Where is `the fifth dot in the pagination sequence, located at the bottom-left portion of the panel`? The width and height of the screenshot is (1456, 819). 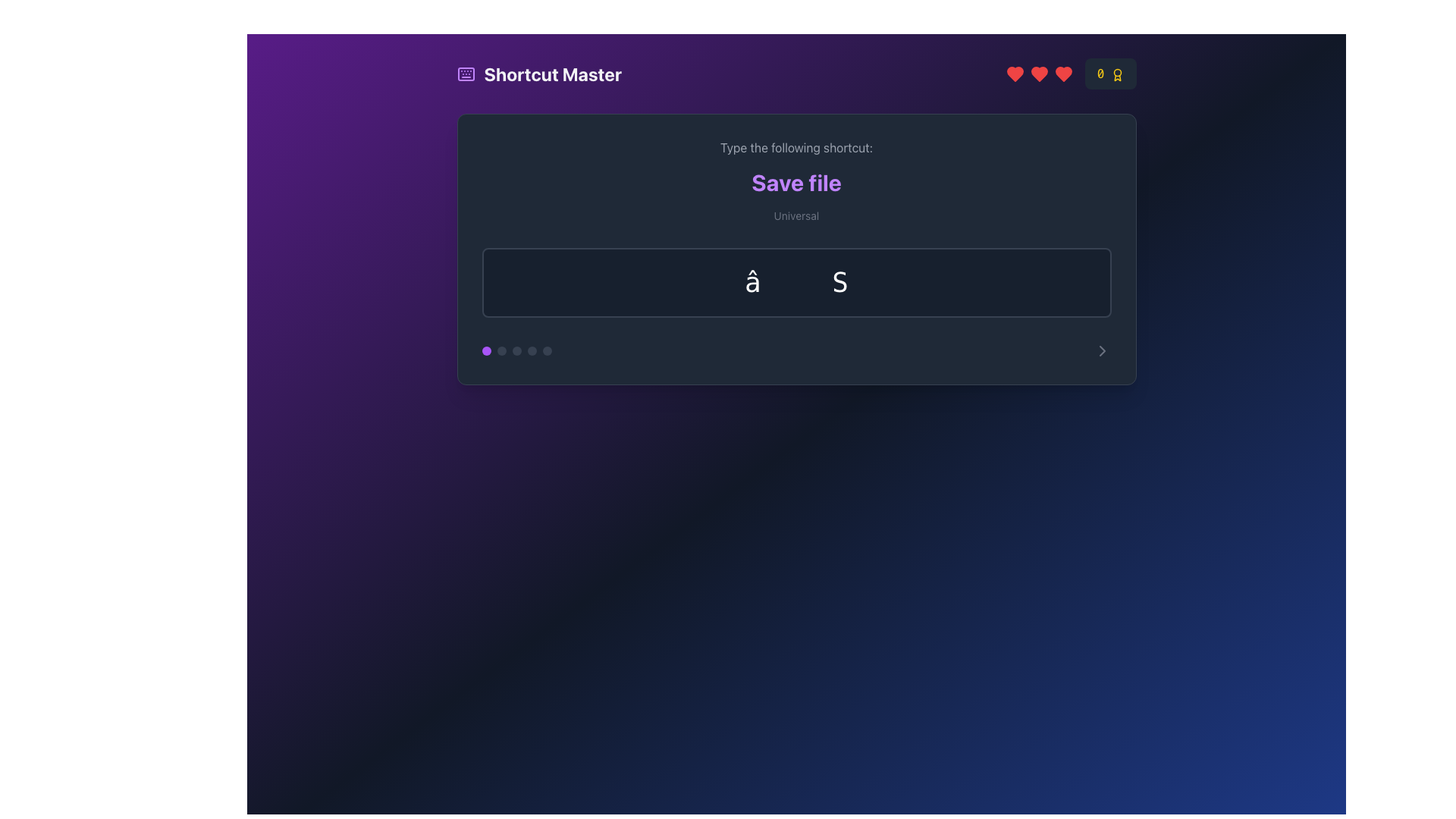 the fifth dot in the pagination sequence, located at the bottom-left portion of the panel is located at coordinates (546, 350).